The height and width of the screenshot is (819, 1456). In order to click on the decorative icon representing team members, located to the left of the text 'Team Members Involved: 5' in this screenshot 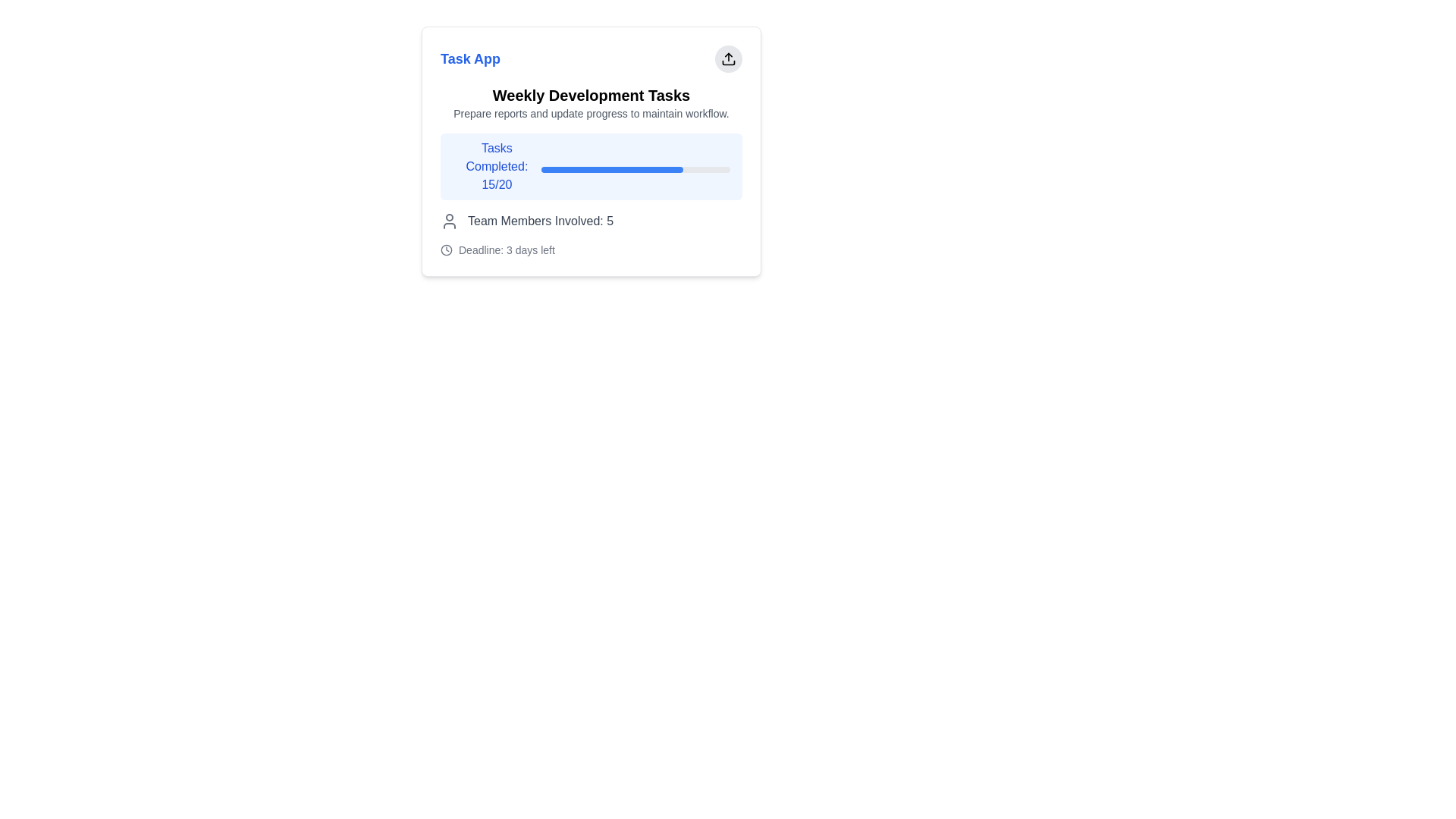, I will do `click(449, 221)`.